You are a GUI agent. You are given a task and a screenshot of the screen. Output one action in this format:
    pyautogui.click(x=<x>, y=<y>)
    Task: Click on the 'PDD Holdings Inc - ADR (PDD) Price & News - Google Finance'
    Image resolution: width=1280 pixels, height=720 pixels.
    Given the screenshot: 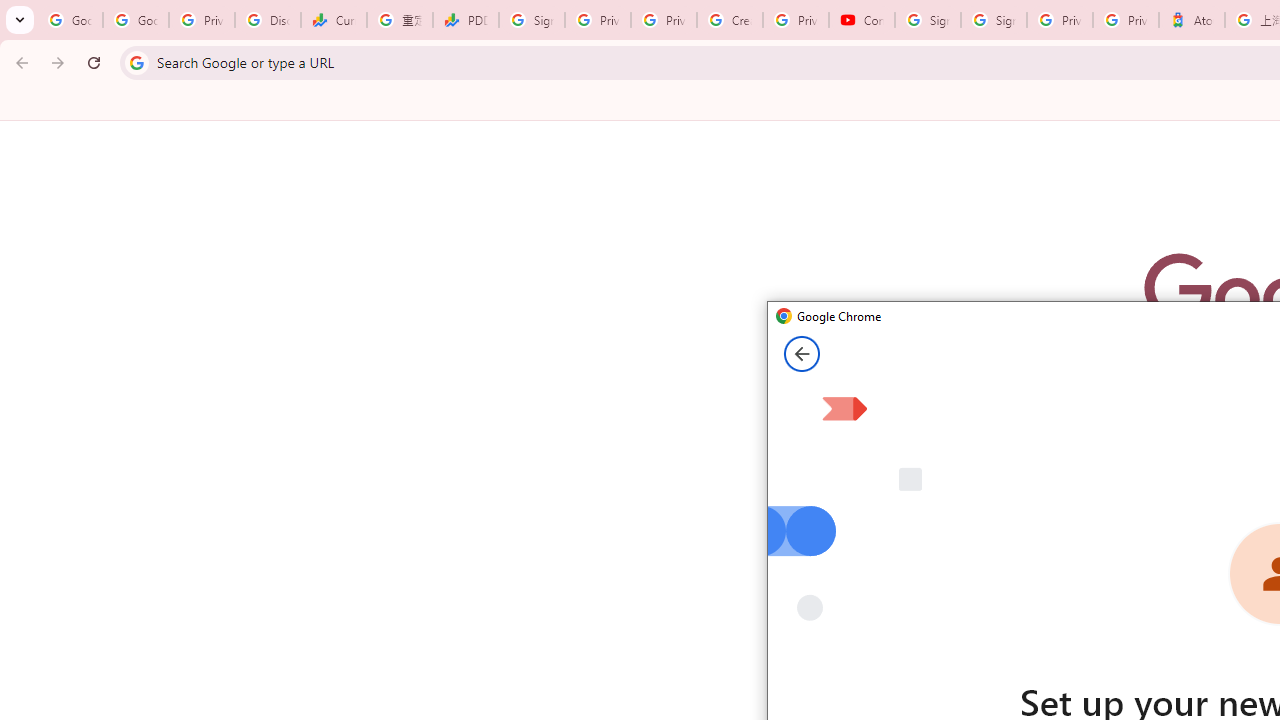 What is the action you would take?
    pyautogui.click(x=464, y=20)
    